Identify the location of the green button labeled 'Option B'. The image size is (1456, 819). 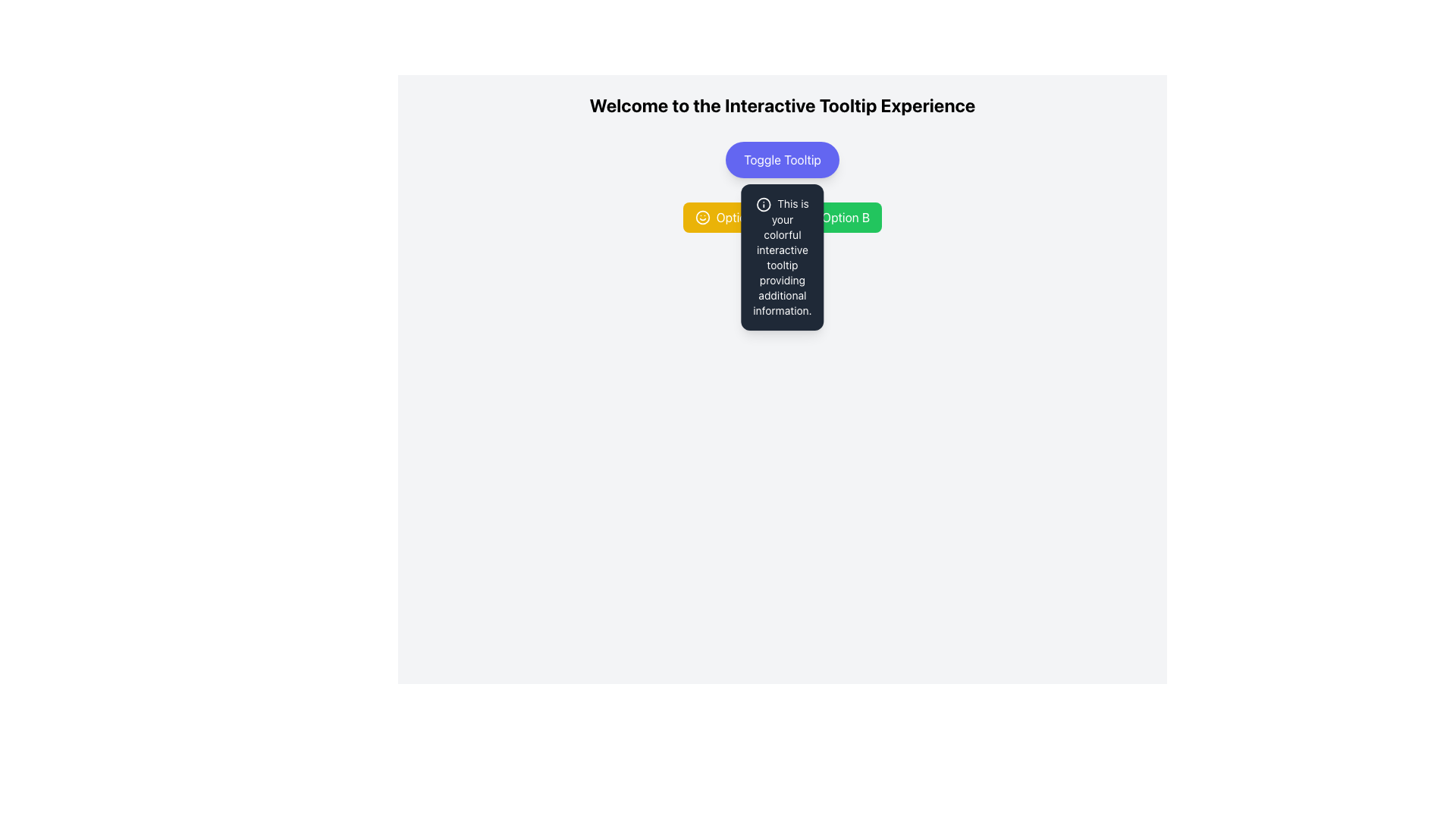
(834, 217).